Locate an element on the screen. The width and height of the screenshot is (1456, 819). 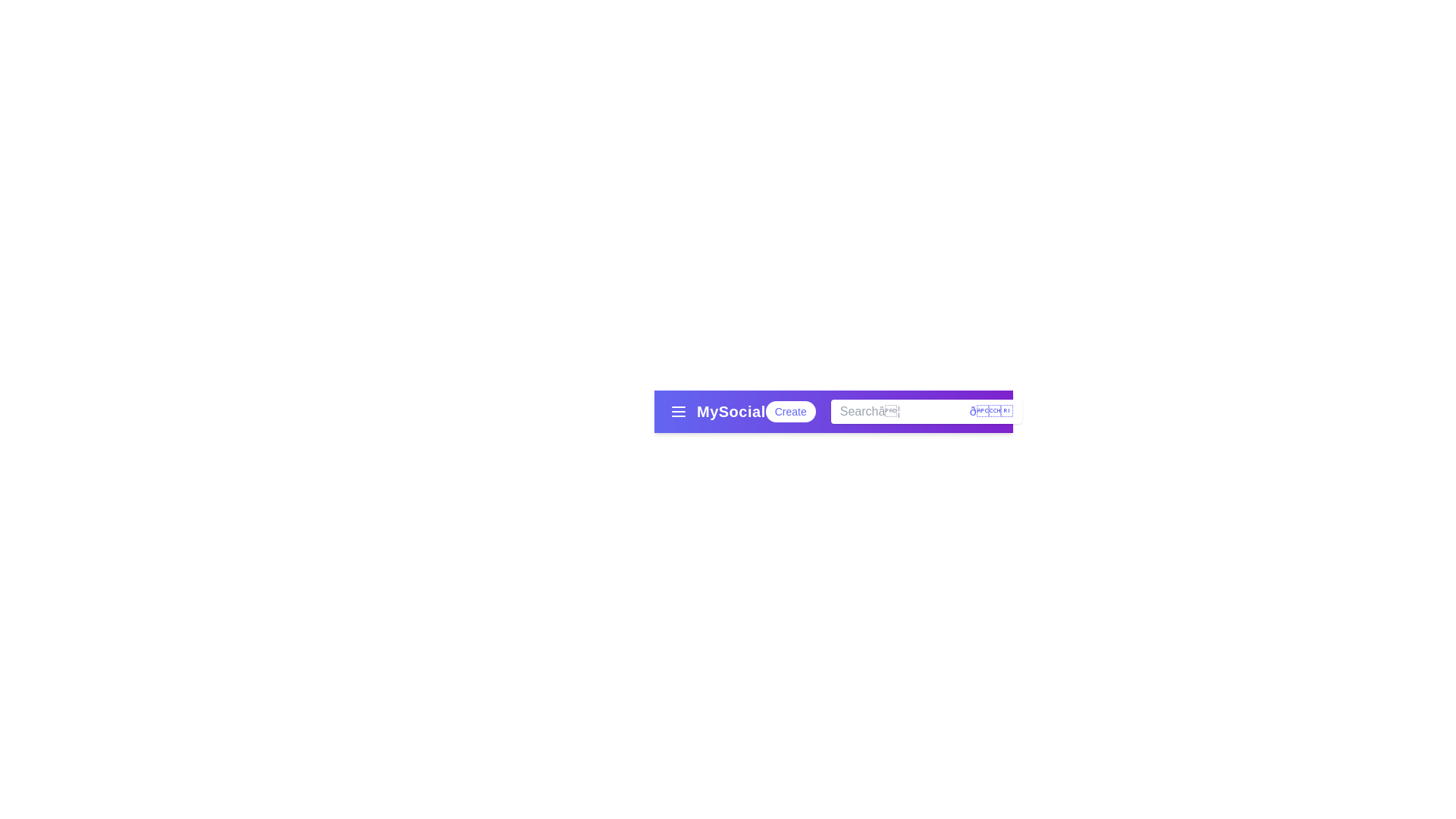
the search bar and type the query 'example query' is located at coordinates (925, 412).